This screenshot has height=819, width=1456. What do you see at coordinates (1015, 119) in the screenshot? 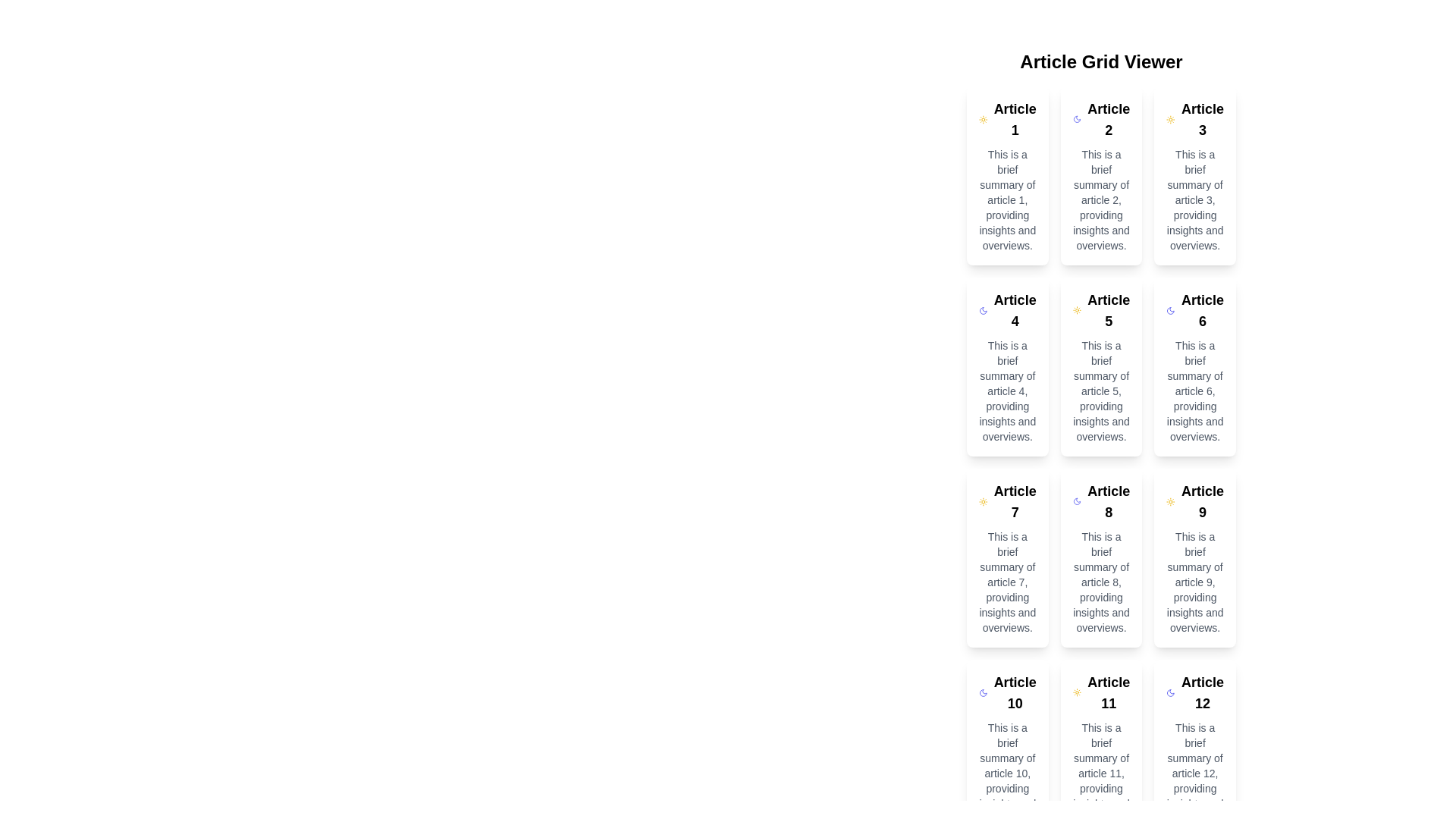
I see `text of the header element that serves as the title for the first article in the grid layout, located in the top-most card of the grid` at bounding box center [1015, 119].